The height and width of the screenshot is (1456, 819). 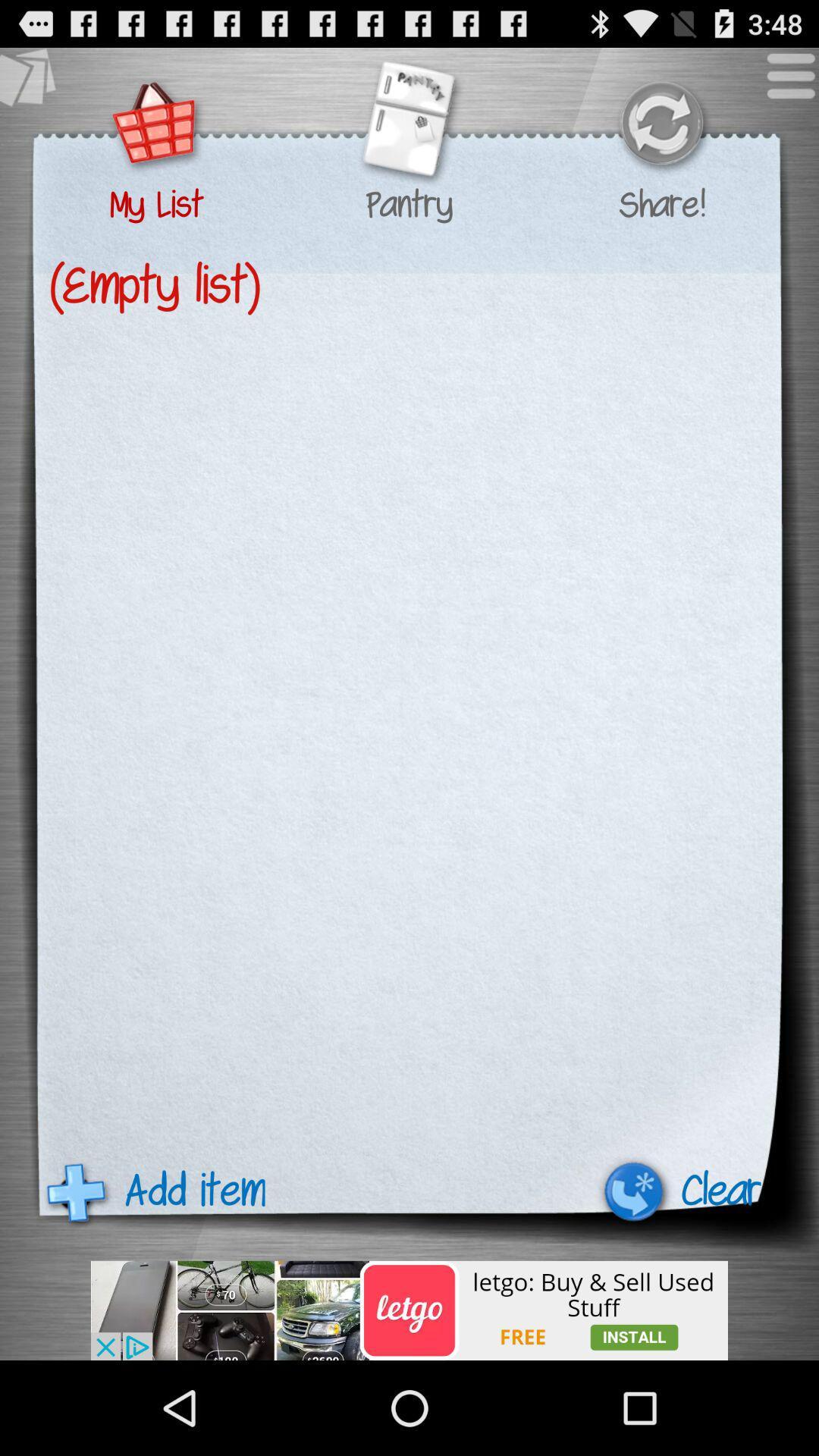 I want to click on share with friends, so click(x=661, y=125).